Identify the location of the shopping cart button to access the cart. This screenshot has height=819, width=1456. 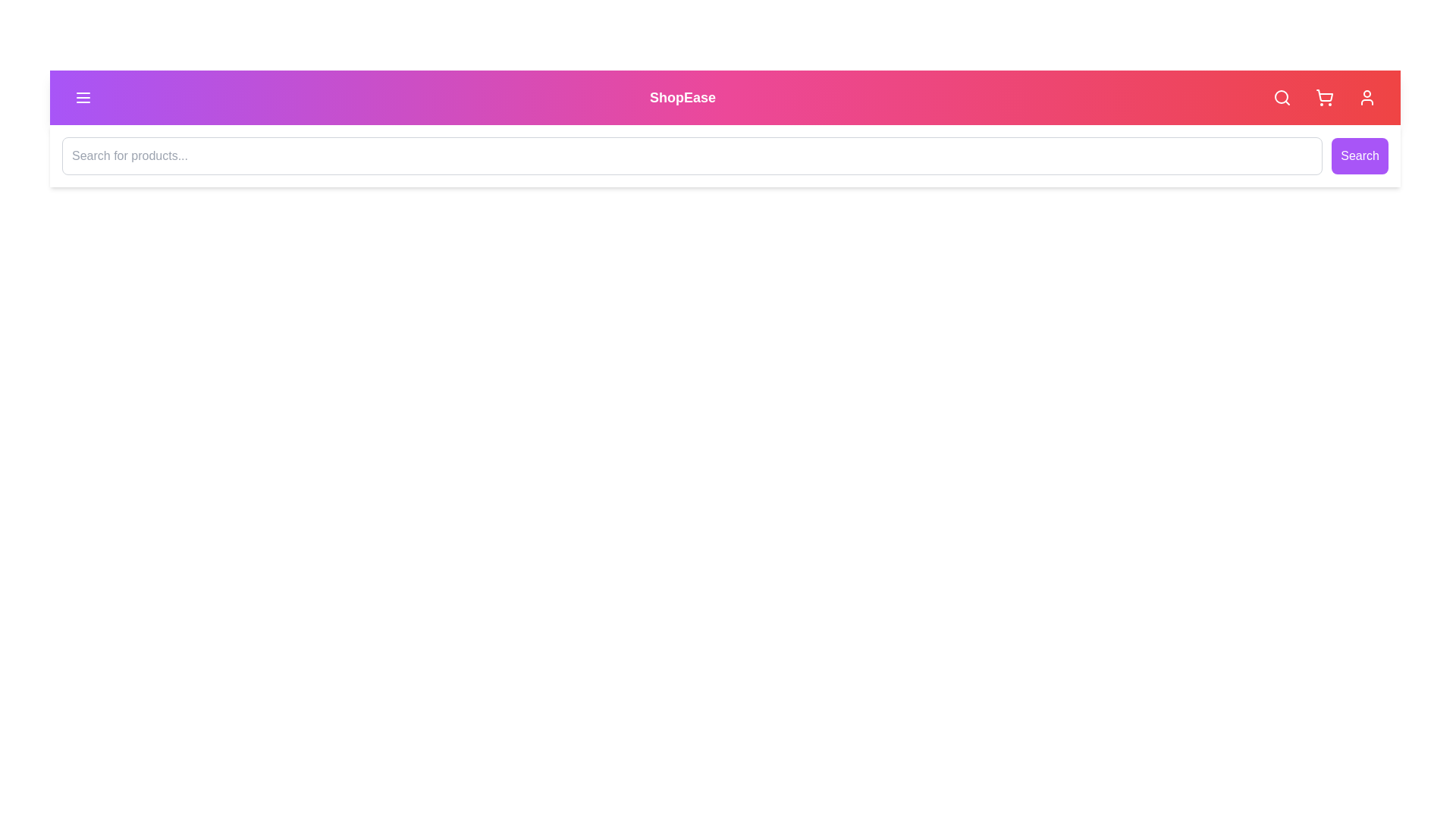
(1324, 97).